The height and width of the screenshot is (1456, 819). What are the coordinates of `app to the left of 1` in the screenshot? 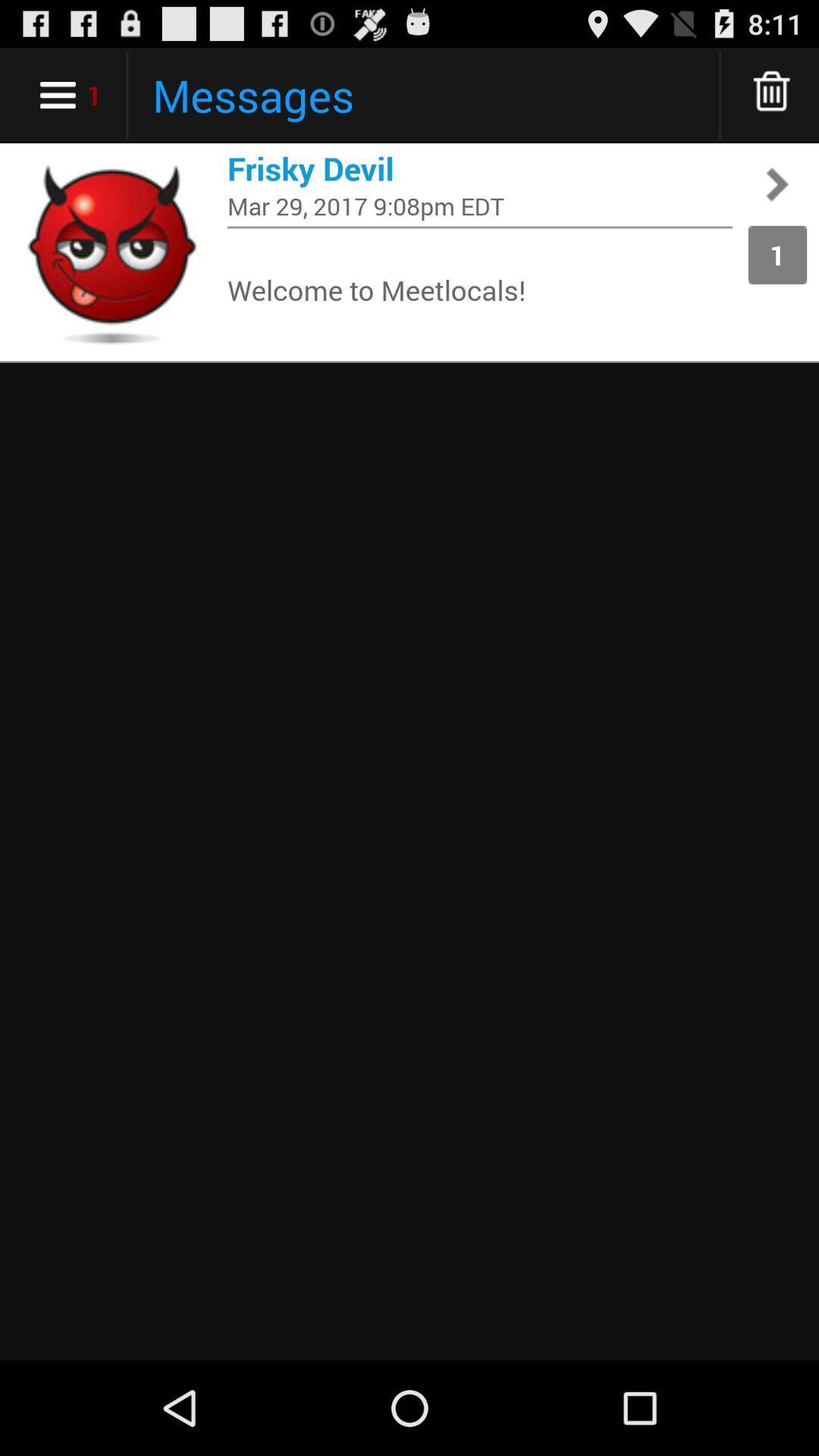 It's located at (479, 205).